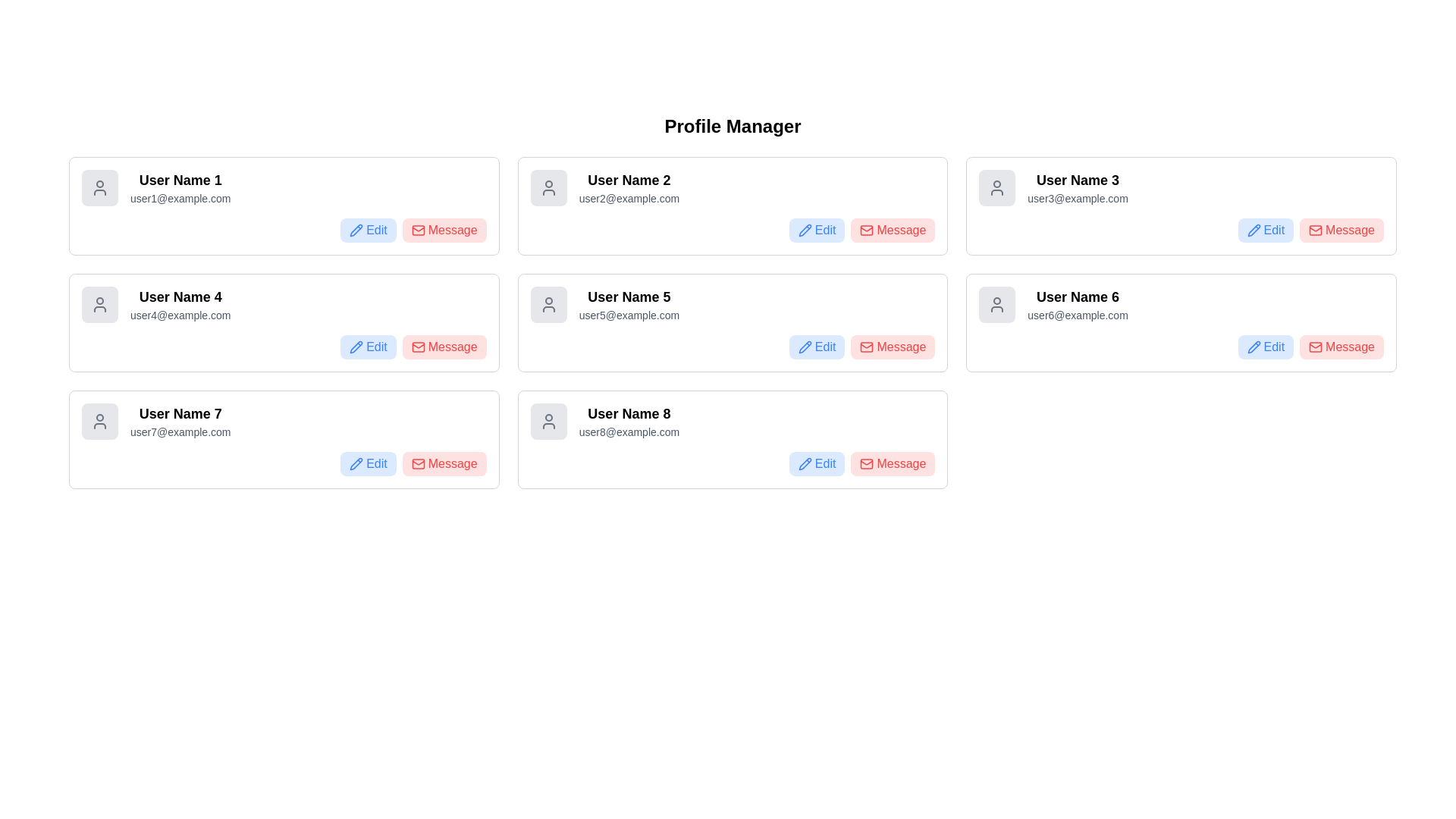  I want to click on the static text label displaying the email address of 'User Name 3', located in the top-right card of a 3x3 grid layout, so click(1077, 198).